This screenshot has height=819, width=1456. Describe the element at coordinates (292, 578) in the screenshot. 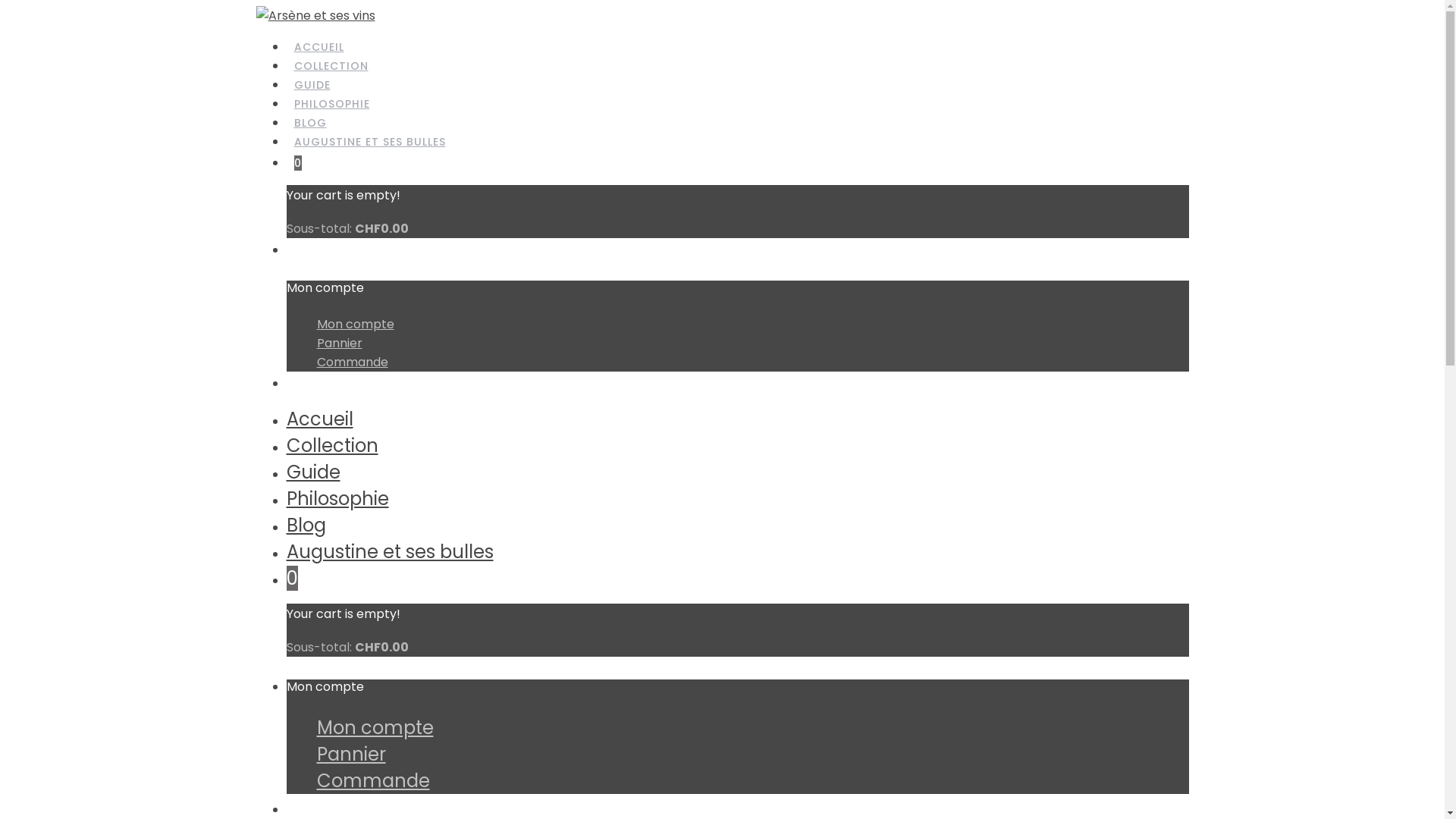

I see `'0'` at that location.